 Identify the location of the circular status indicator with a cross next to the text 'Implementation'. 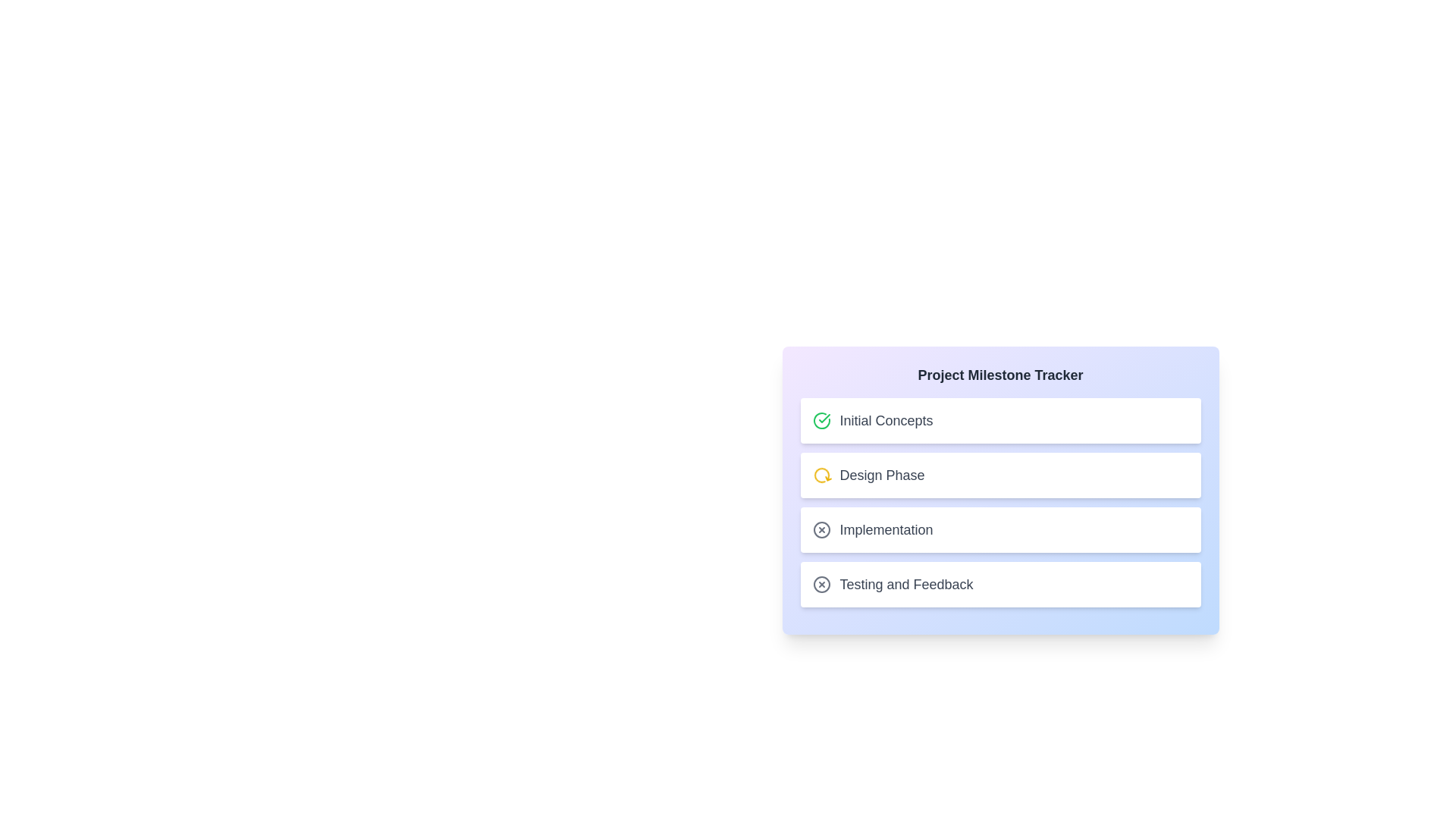
(821, 529).